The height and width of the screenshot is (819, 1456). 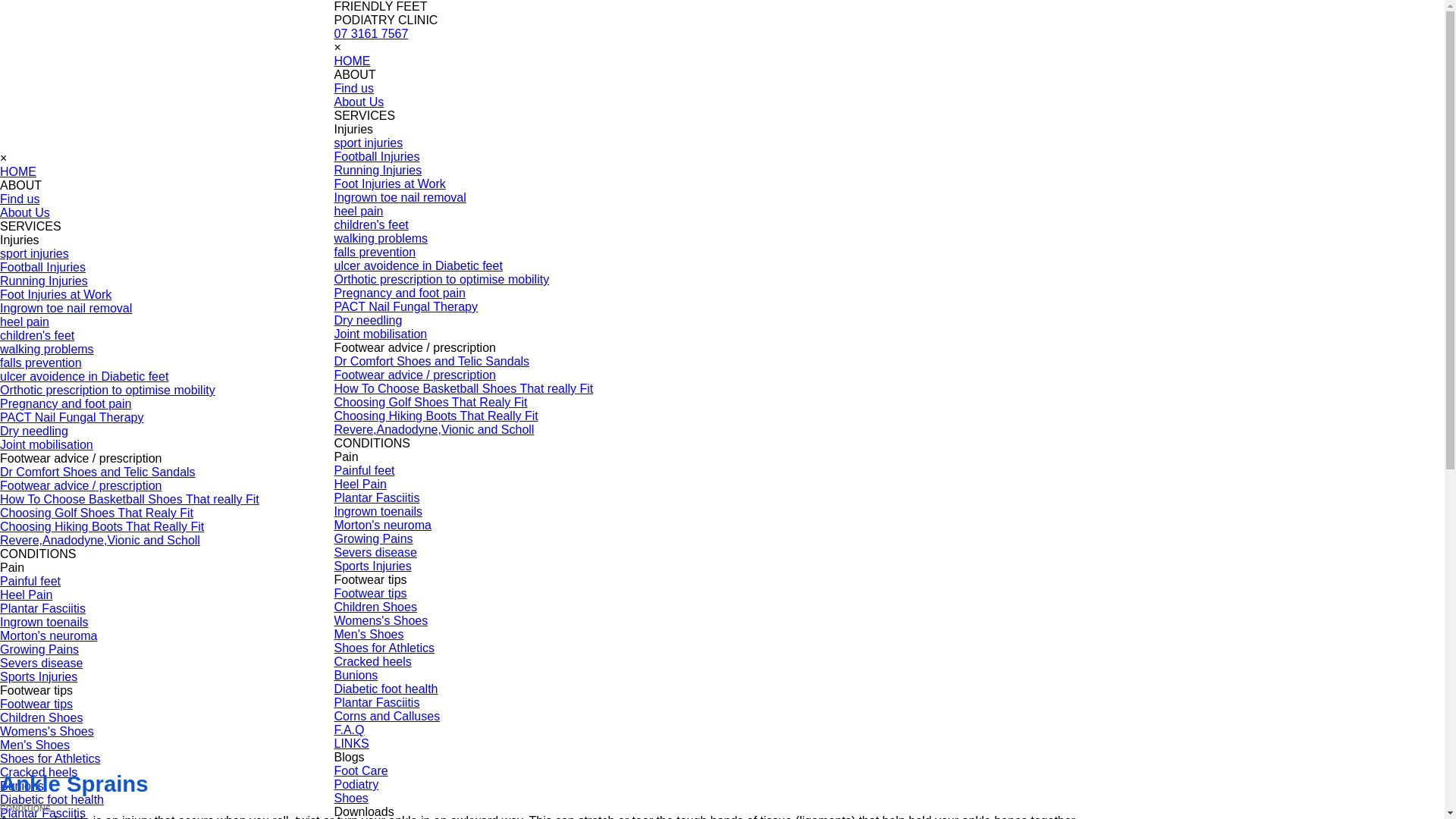 I want to click on 'falls prevention', so click(x=40, y=362).